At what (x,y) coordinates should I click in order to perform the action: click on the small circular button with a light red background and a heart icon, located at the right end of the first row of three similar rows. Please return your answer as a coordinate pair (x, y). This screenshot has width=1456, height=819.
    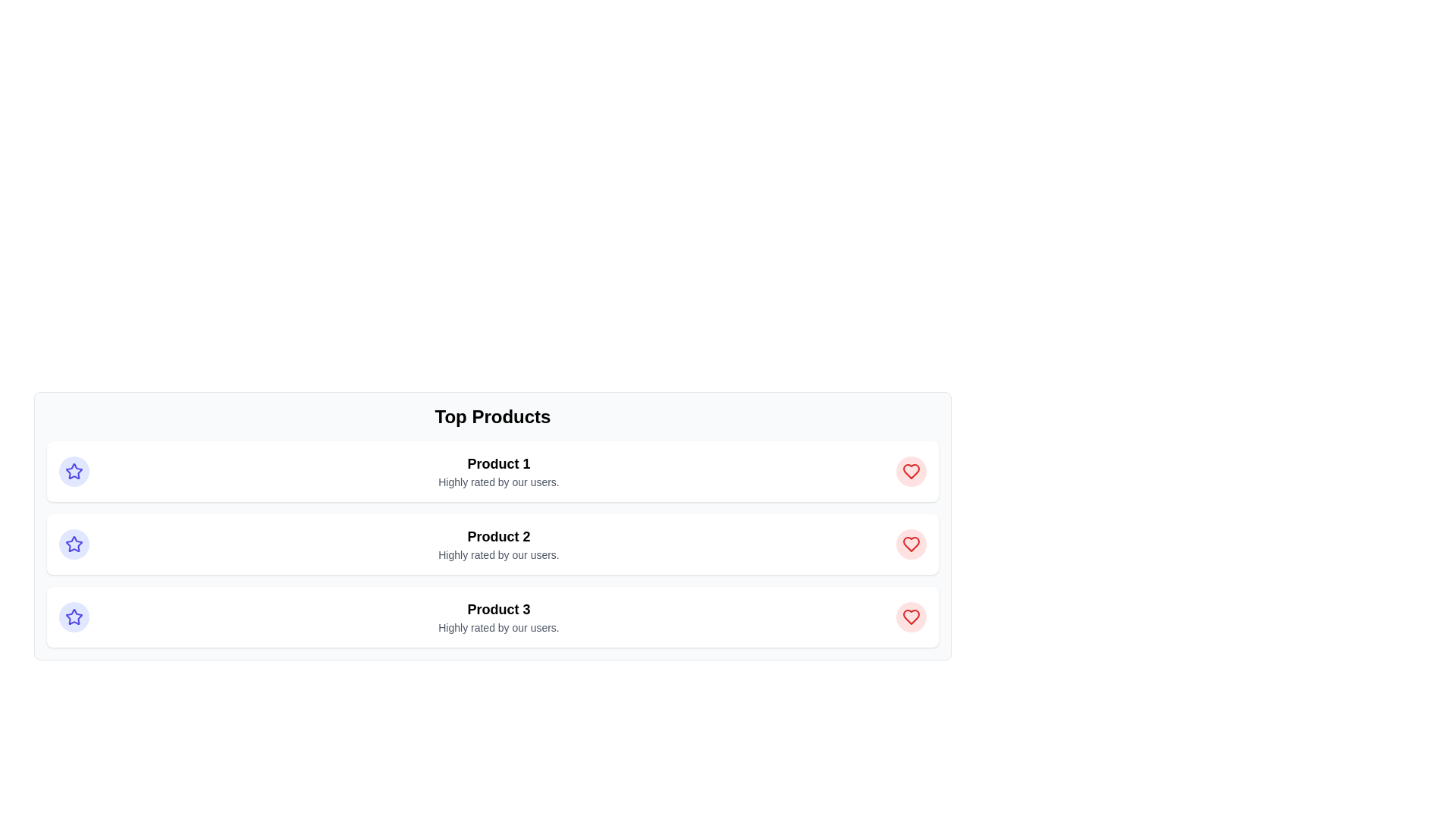
    Looking at the image, I should click on (910, 470).